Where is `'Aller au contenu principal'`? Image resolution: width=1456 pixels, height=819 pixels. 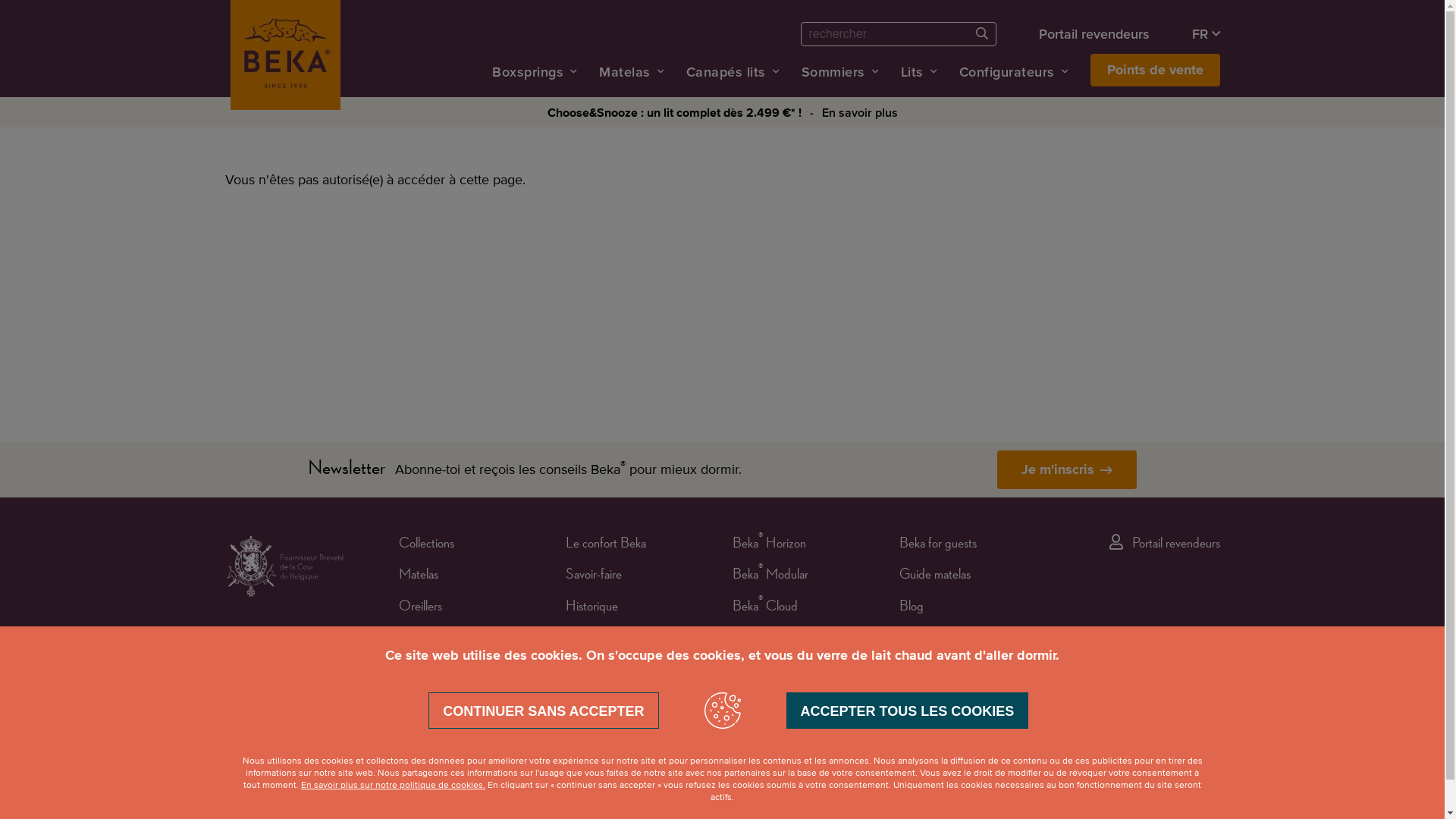
'Aller au contenu principal' is located at coordinates (0, 0).